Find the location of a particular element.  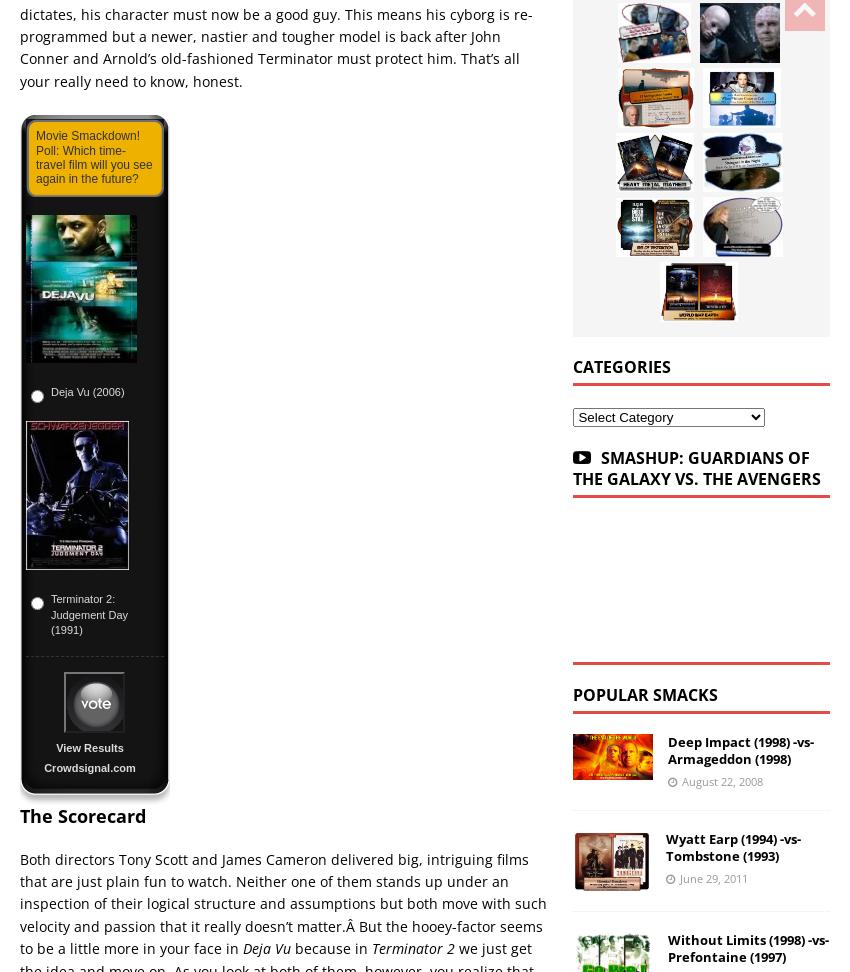

'Deja Vu (2006)' is located at coordinates (86, 391).